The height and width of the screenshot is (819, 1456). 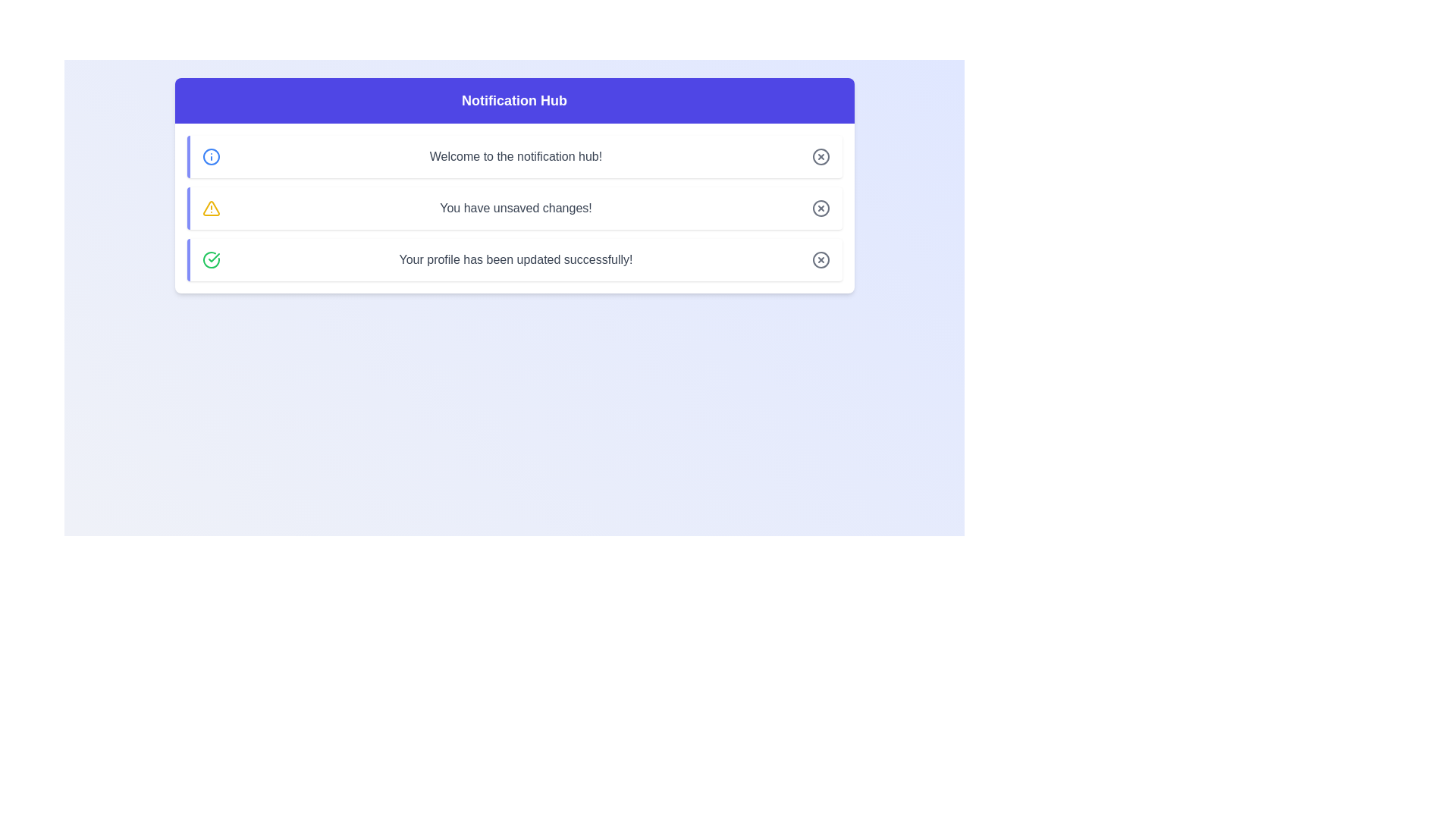 I want to click on the success icon located at the leftmost part of the third notification in the notification panel, which indicates that the profile has been updated successfully, so click(x=210, y=259).